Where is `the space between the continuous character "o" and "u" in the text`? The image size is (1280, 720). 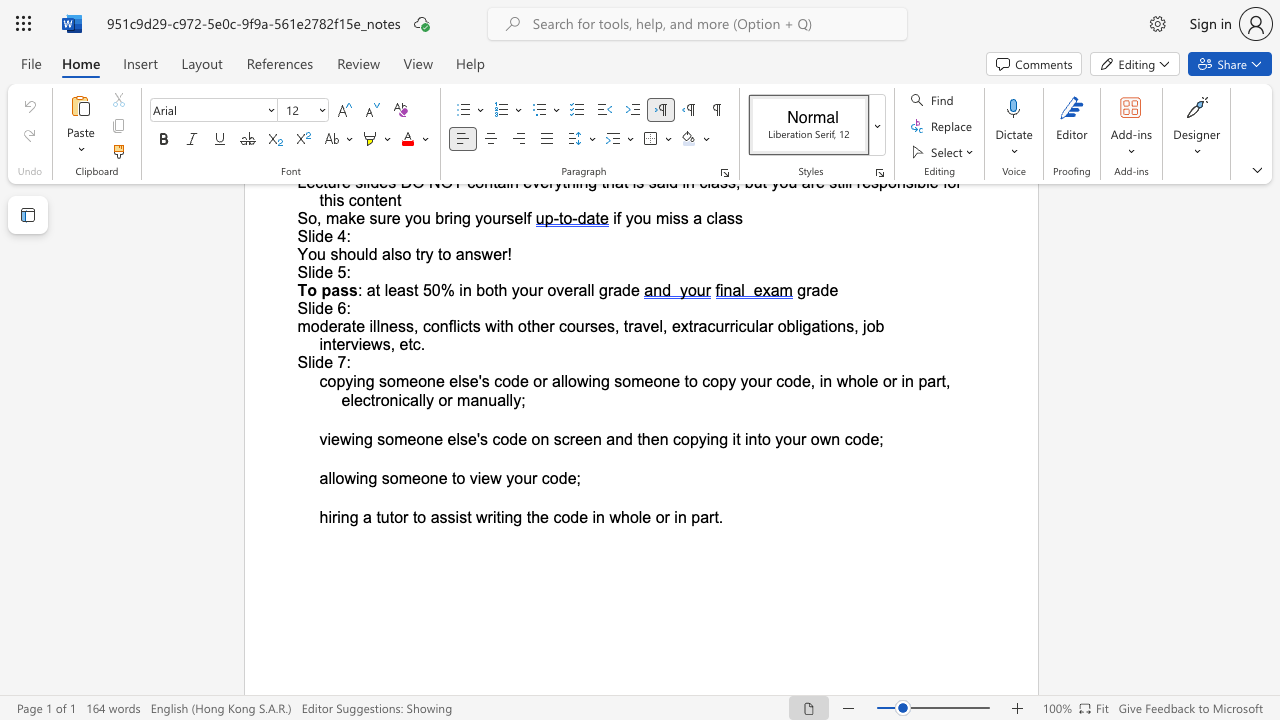 the space between the continuous character "o" and "u" in the text is located at coordinates (791, 438).